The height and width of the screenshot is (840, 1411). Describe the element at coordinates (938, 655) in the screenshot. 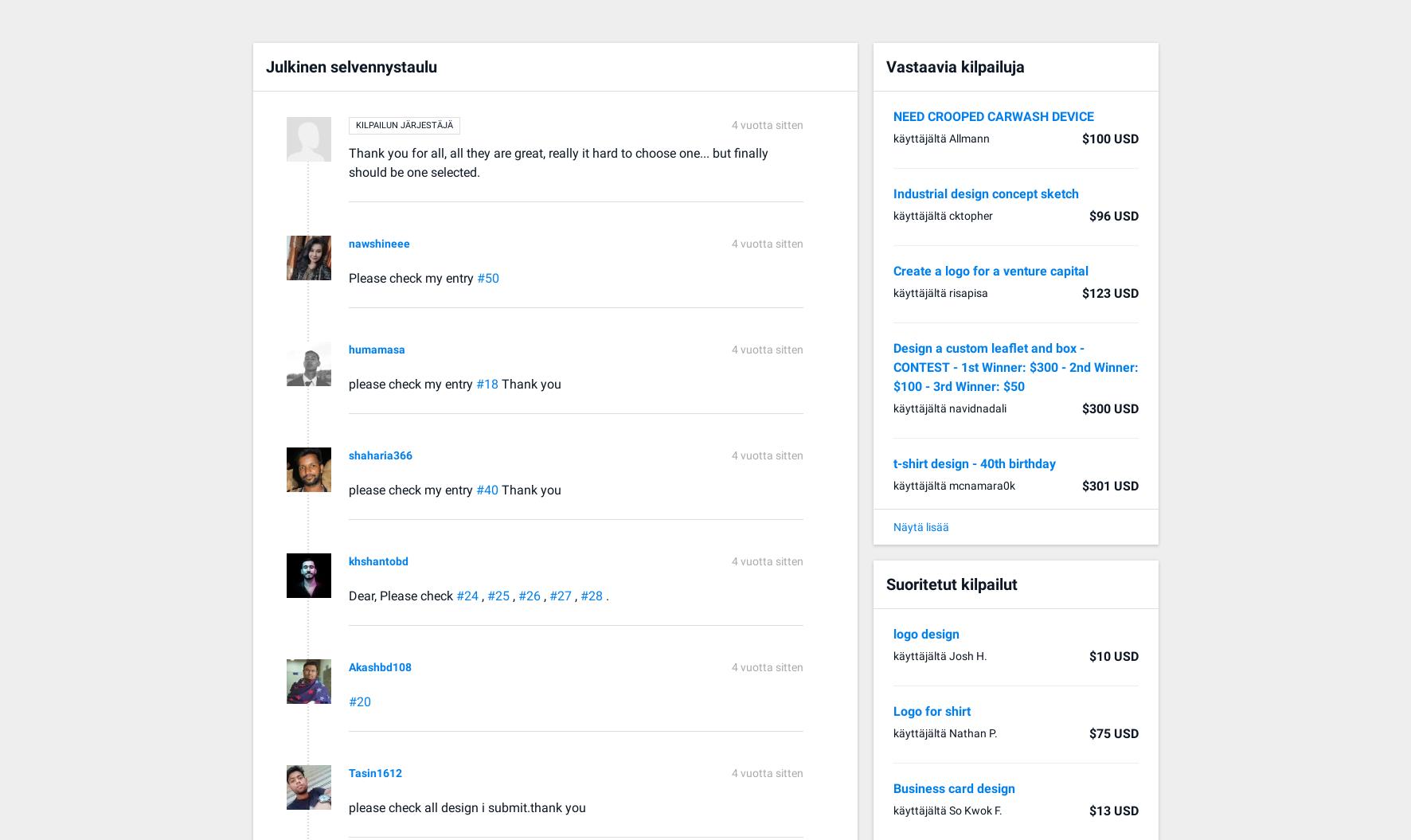

I see `'käyttäjältä Josh H.'` at that location.